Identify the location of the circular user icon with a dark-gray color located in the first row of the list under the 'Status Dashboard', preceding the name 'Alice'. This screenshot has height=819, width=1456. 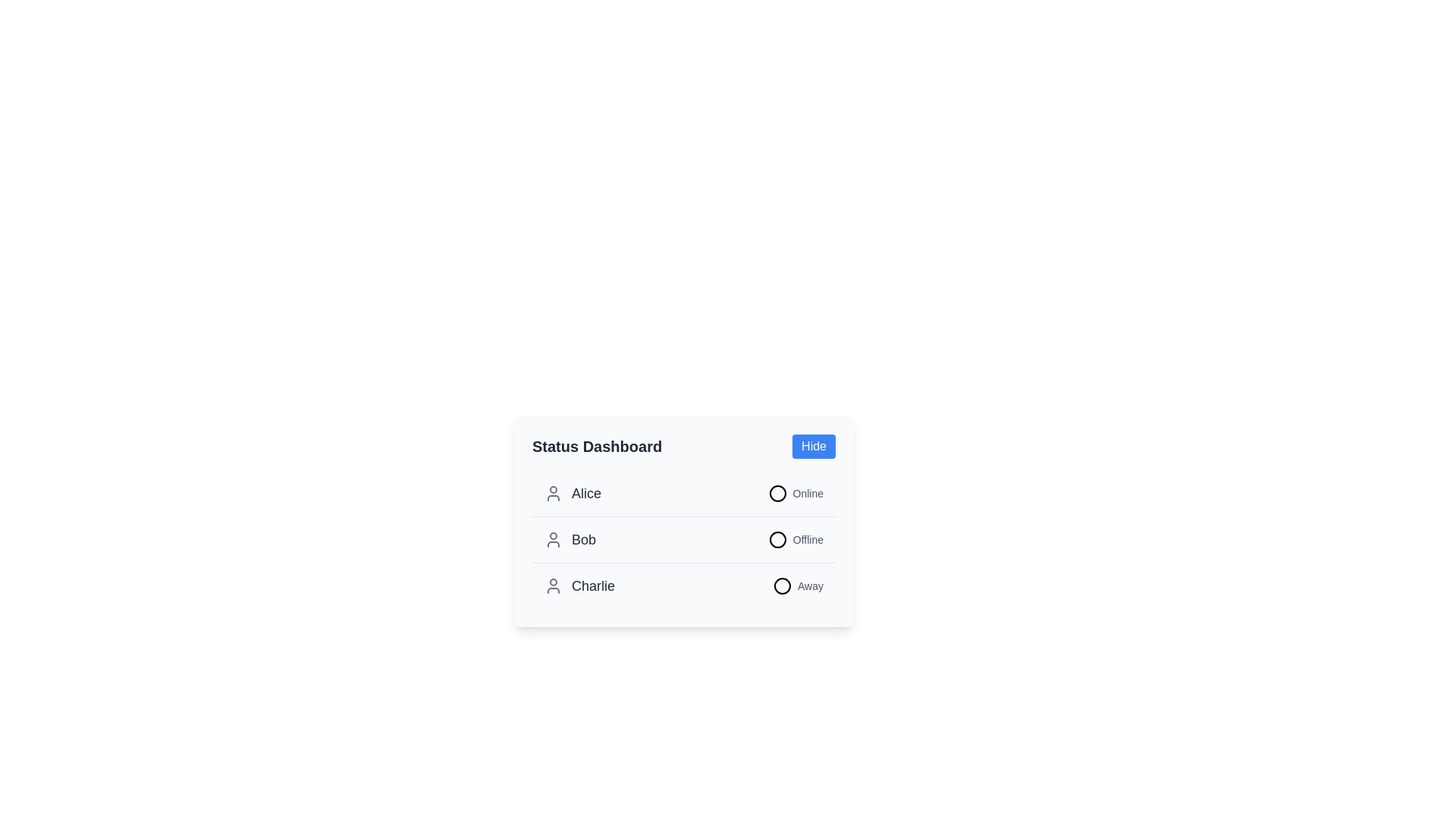
(552, 494).